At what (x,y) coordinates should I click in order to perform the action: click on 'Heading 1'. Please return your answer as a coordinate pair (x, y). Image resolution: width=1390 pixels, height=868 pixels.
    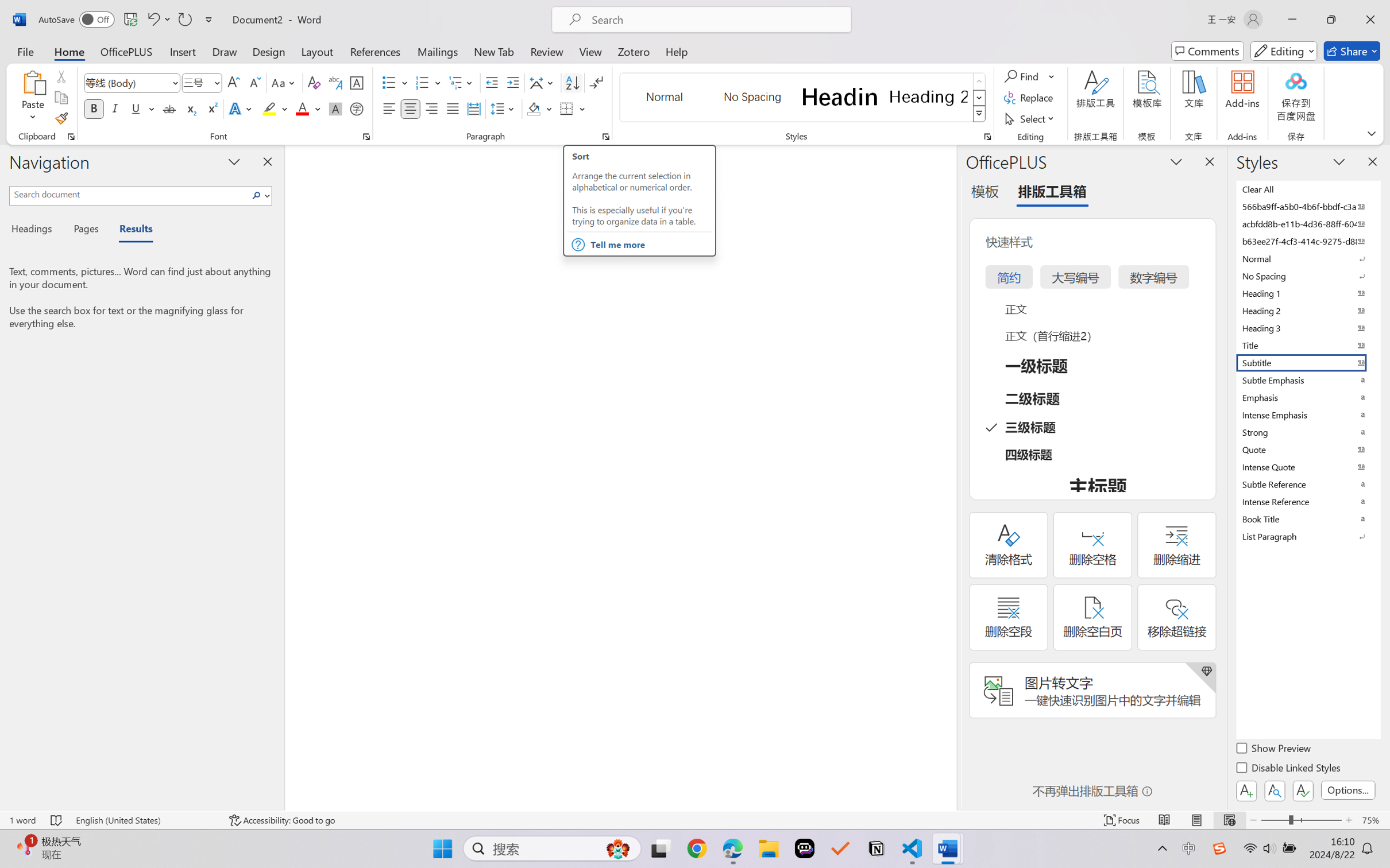
    Looking at the image, I should click on (839, 96).